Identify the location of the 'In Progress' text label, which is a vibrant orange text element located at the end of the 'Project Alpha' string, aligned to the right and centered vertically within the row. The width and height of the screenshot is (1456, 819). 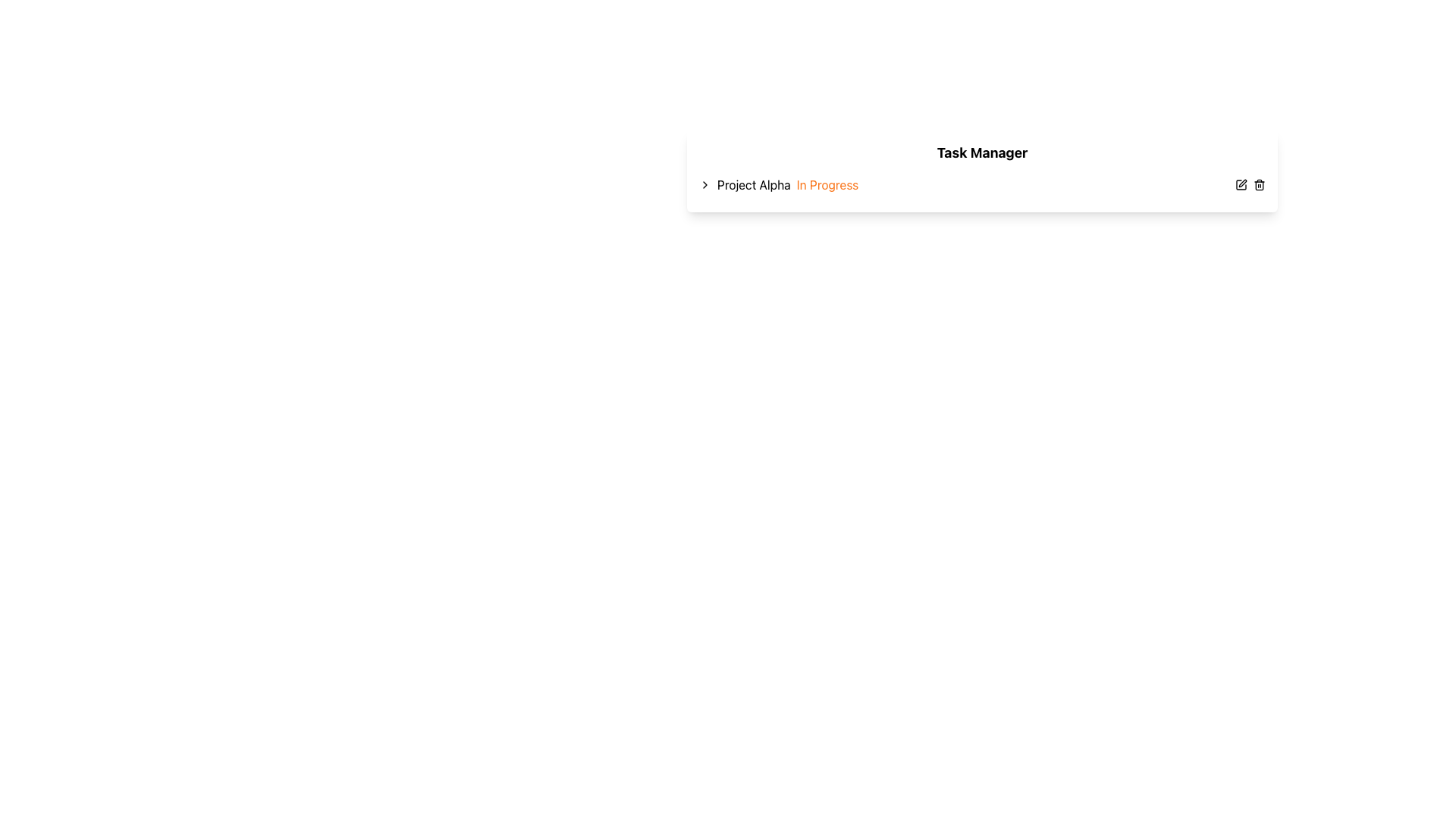
(827, 184).